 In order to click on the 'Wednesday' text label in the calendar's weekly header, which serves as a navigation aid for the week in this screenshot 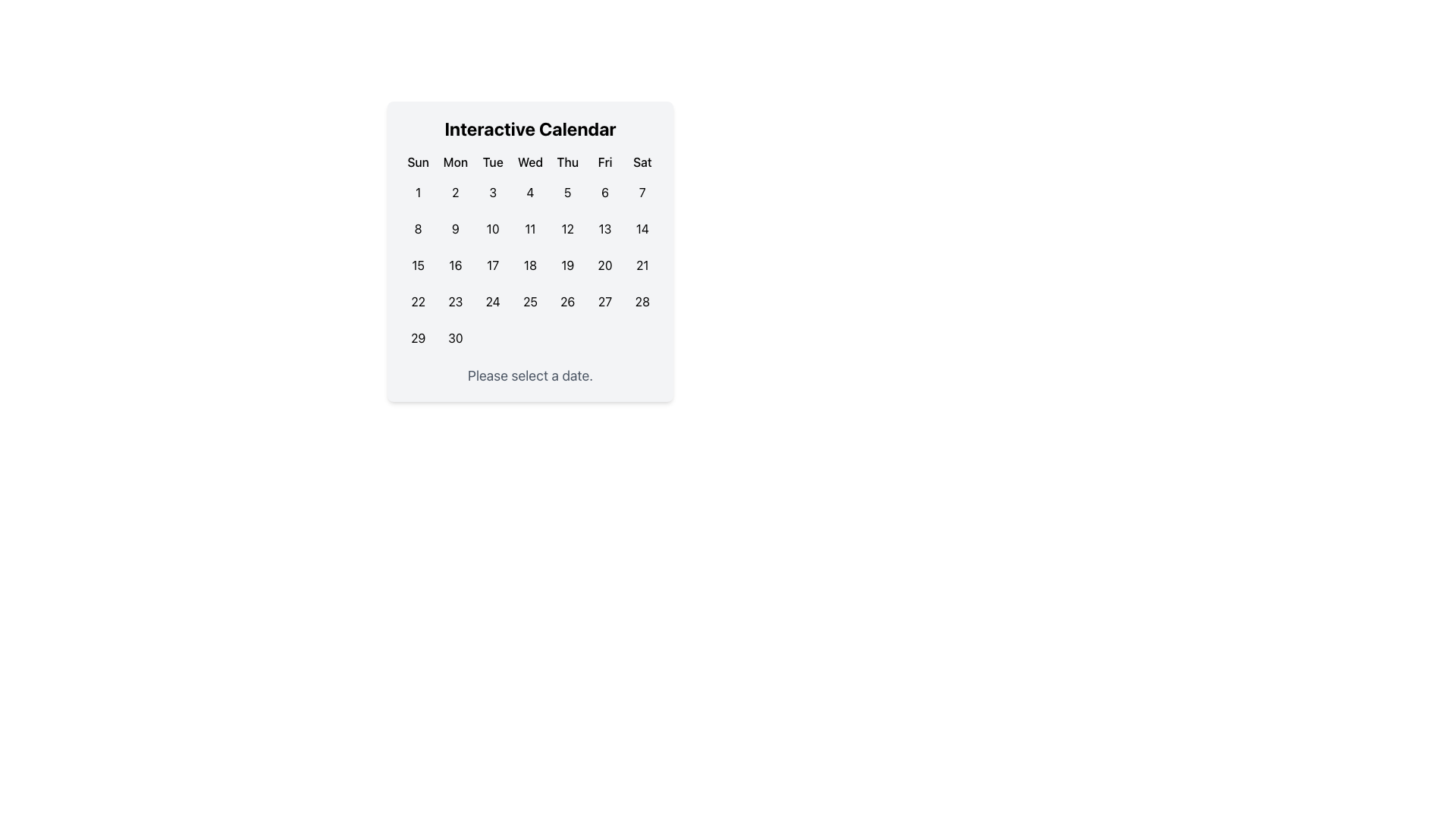, I will do `click(530, 162)`.